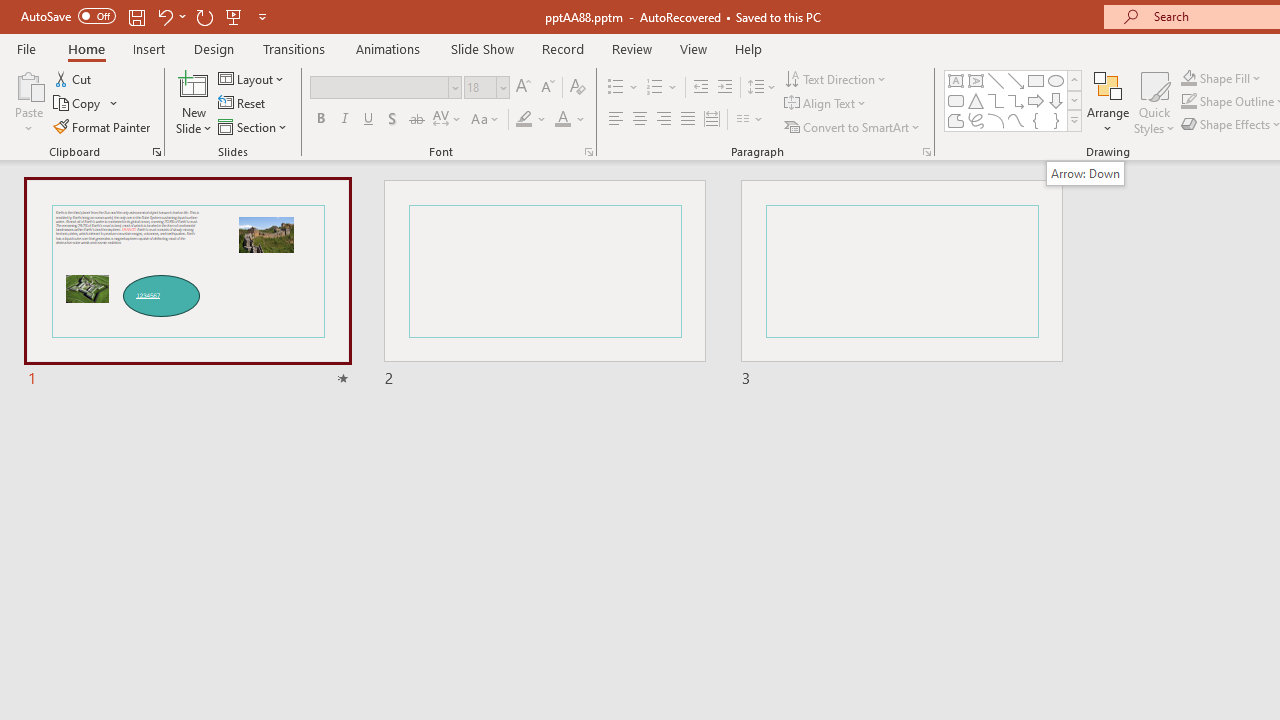 Image resolution: width=1280 pixels, height=720 pixels. I want to click on 'Layout', so click(251, 78).